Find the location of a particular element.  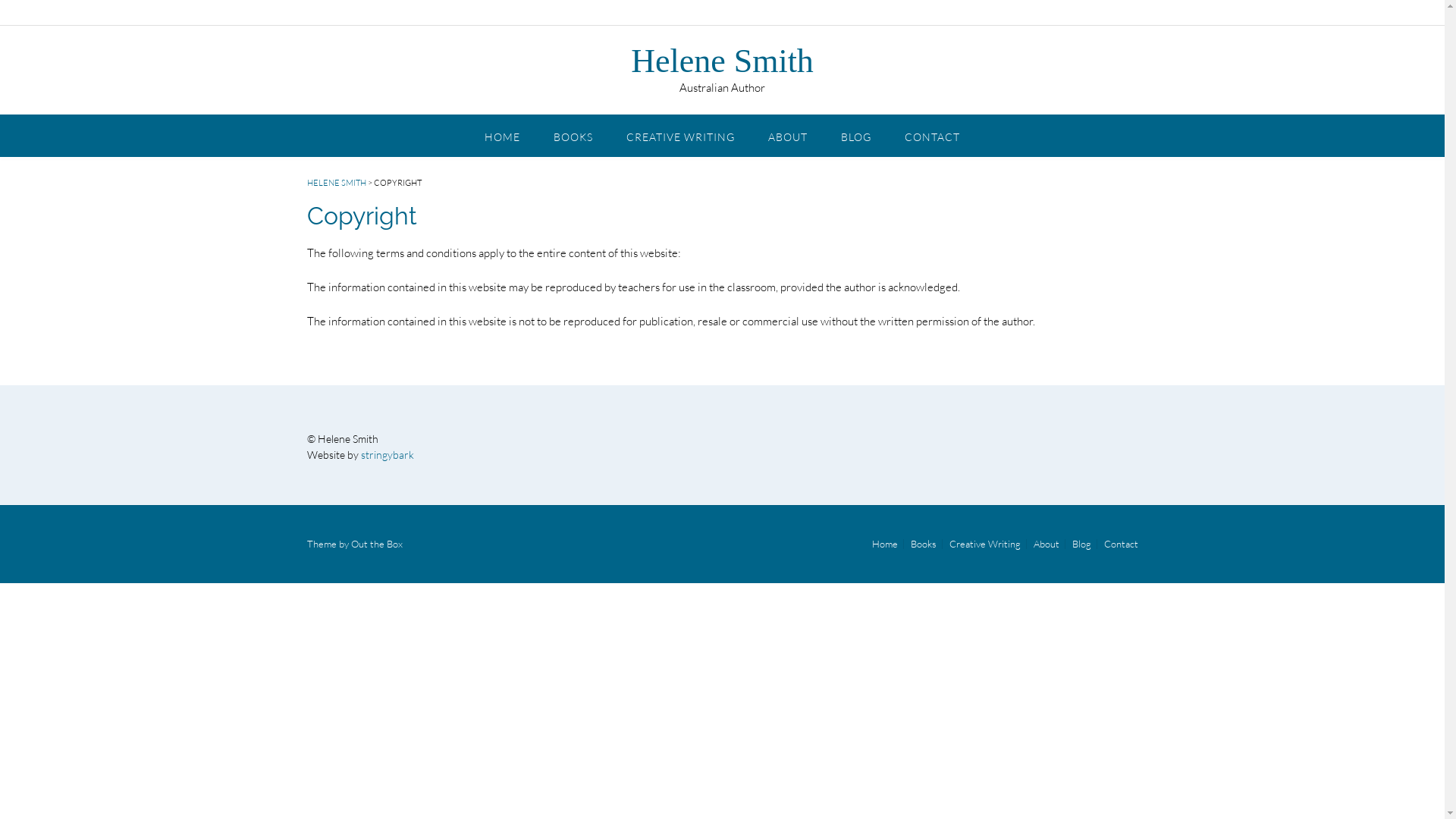

'HOME' is located at coordinates (502, 133).